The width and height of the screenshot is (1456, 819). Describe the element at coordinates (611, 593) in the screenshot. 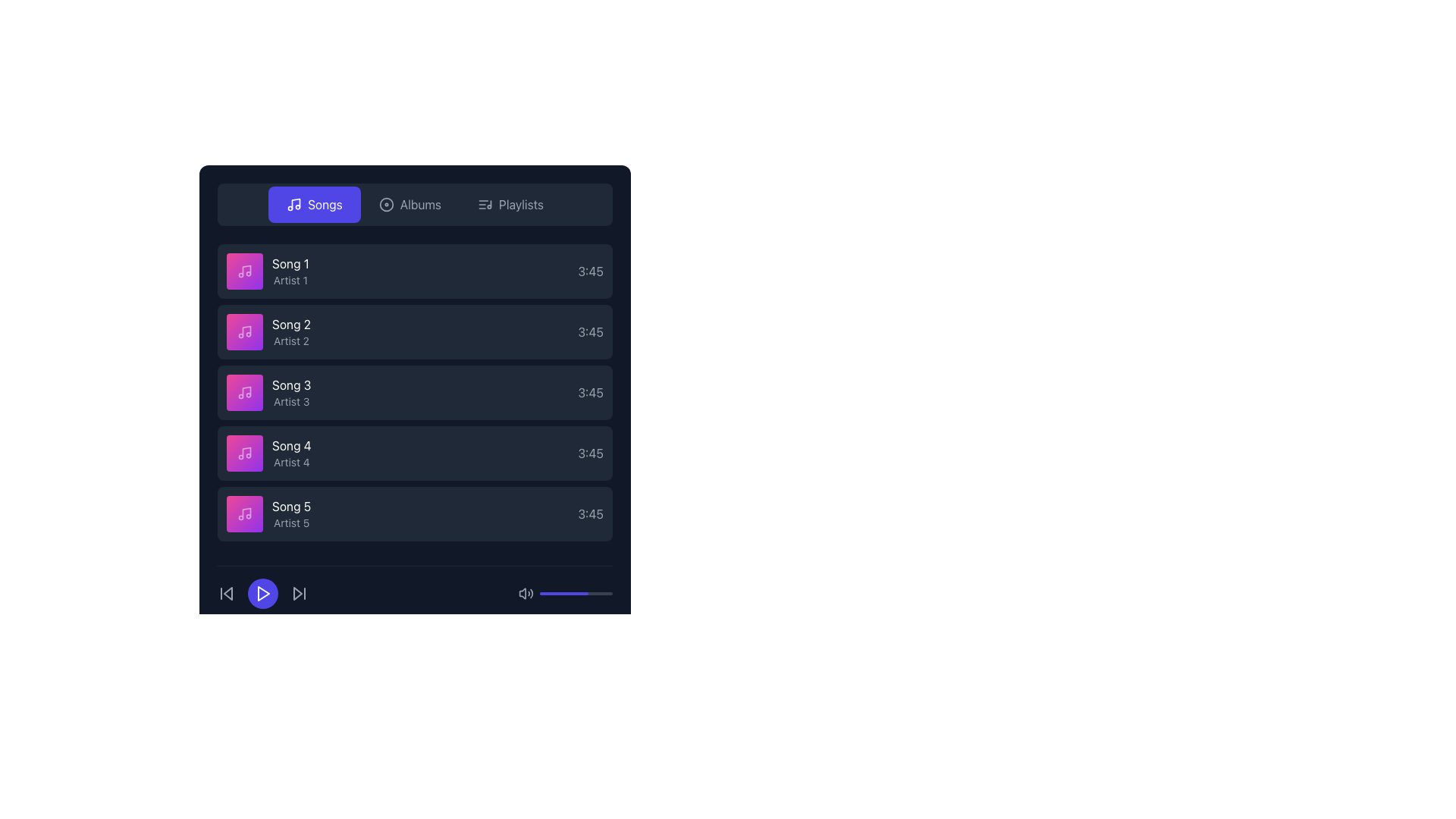

I see `the volume` at that location.